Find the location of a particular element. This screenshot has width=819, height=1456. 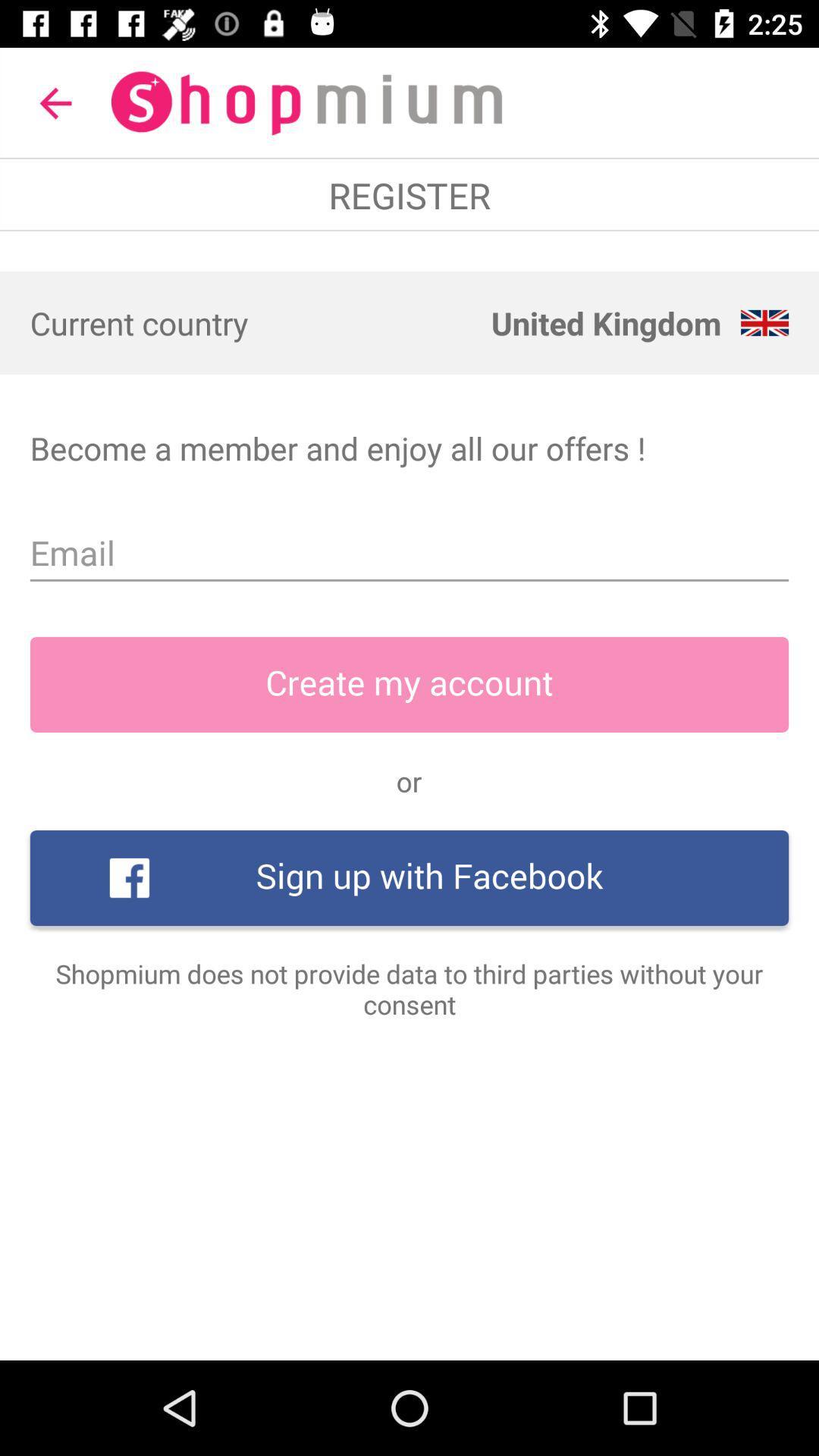

item above shopmium does not item is located at coordinates (409, 877).